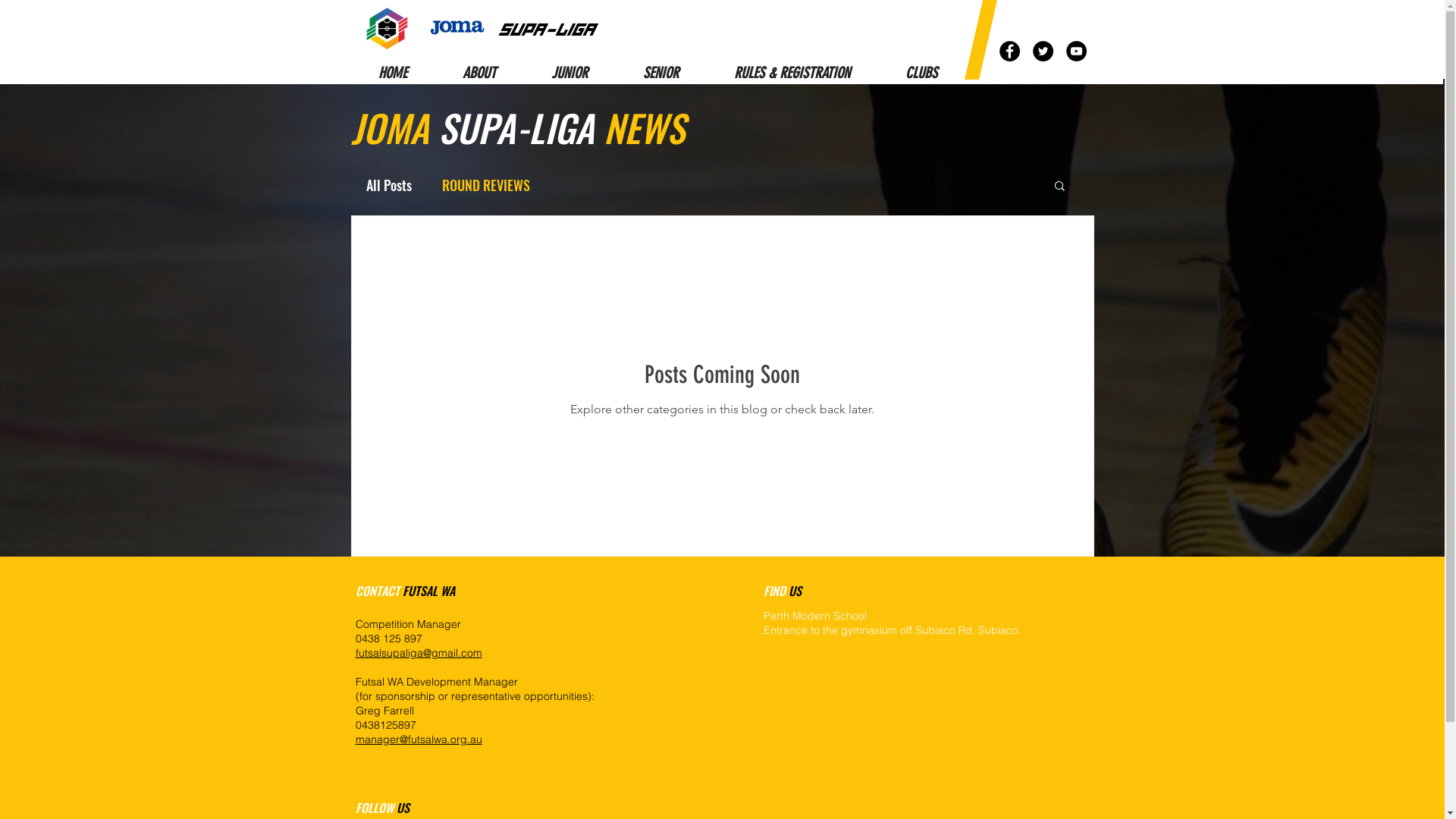  Describe the element at coordinates (392, 73) in the screenshot. I see `'HOME'` at that location.